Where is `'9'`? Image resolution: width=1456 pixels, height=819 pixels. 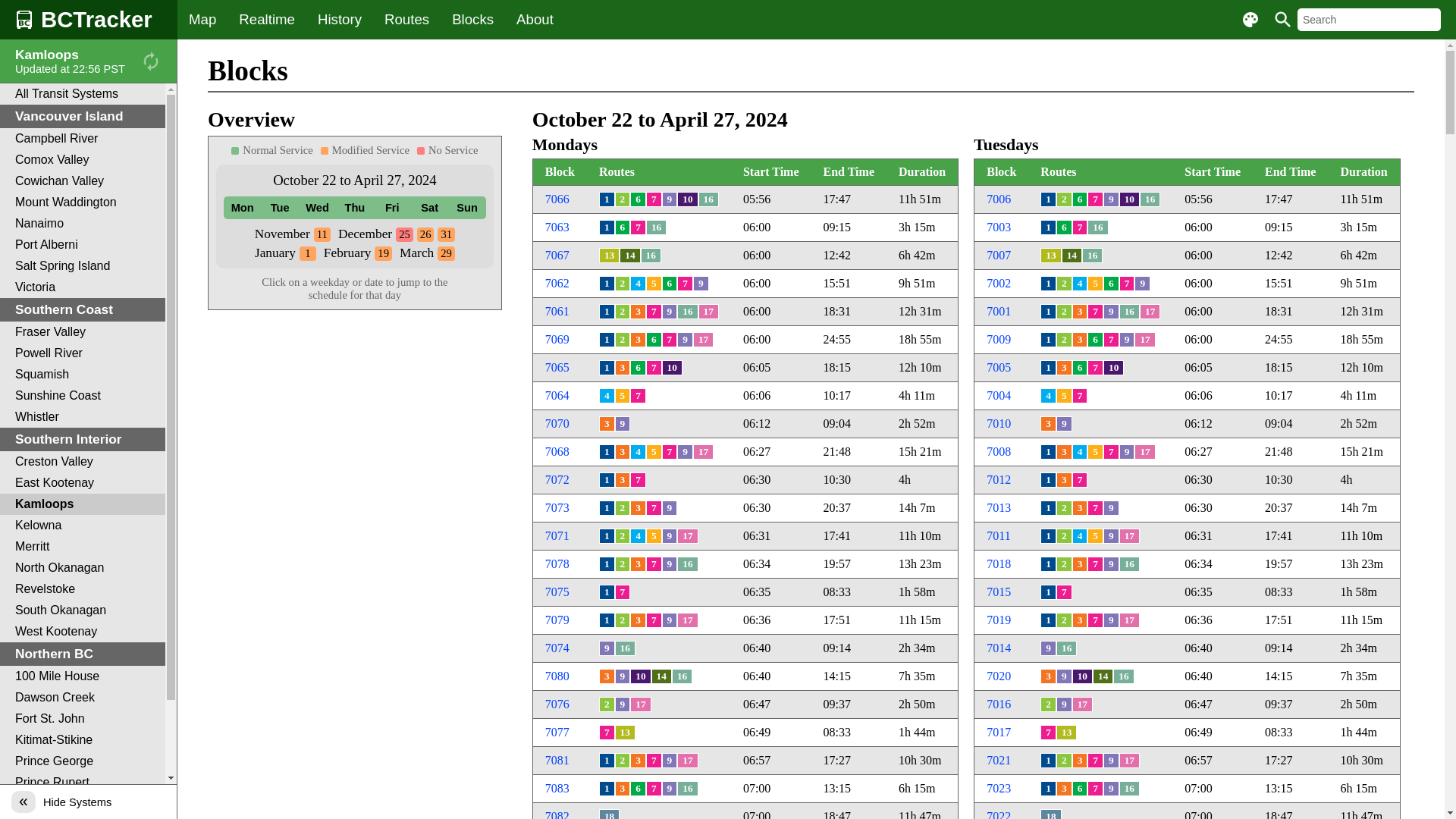
'9' is located at coordinates (669, 198).